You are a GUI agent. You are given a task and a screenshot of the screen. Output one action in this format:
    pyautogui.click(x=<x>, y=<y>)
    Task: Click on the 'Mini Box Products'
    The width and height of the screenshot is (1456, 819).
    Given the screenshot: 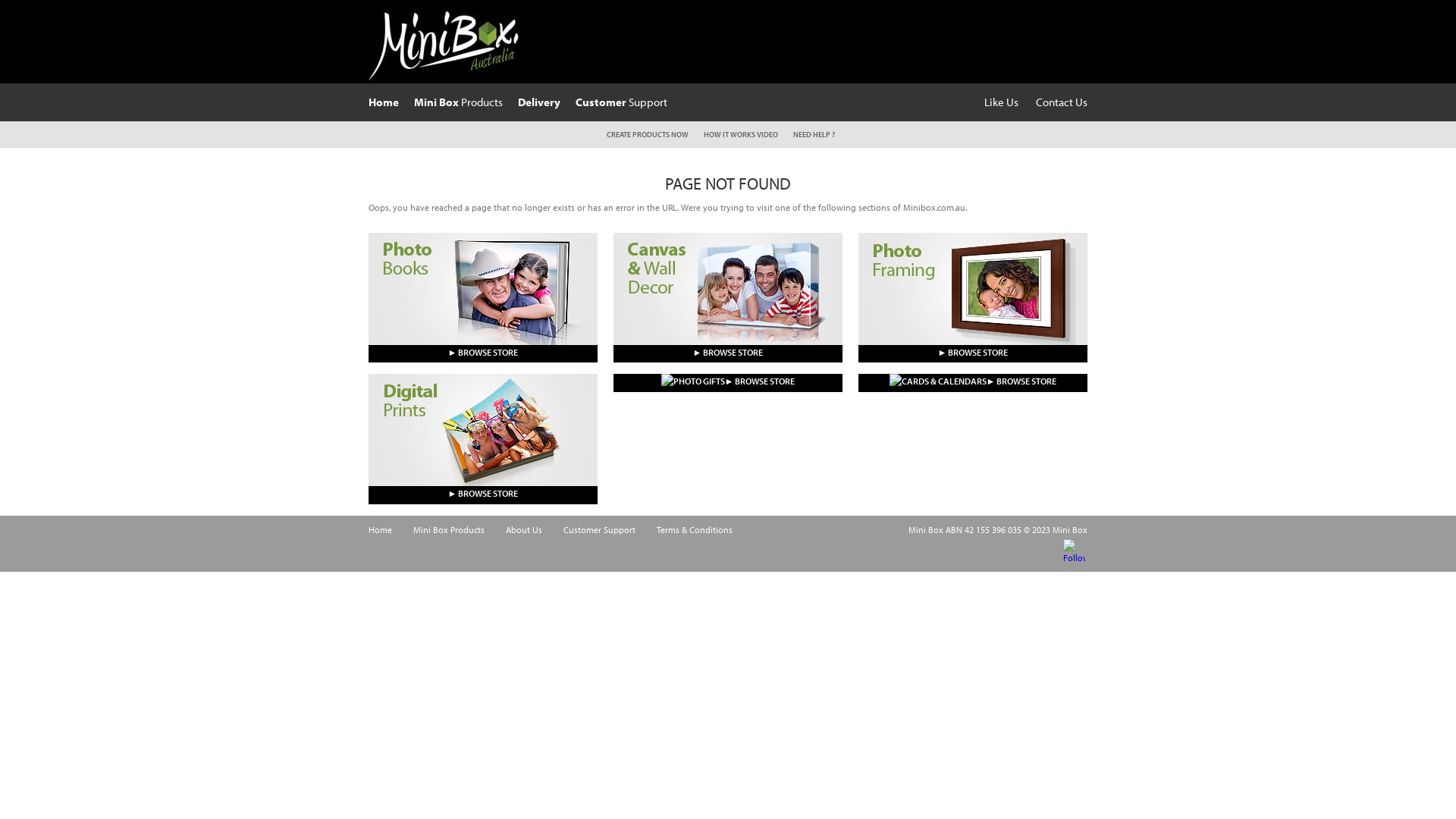 What is the action you would take?
    pyautogui.click(x=457, y=102)
    